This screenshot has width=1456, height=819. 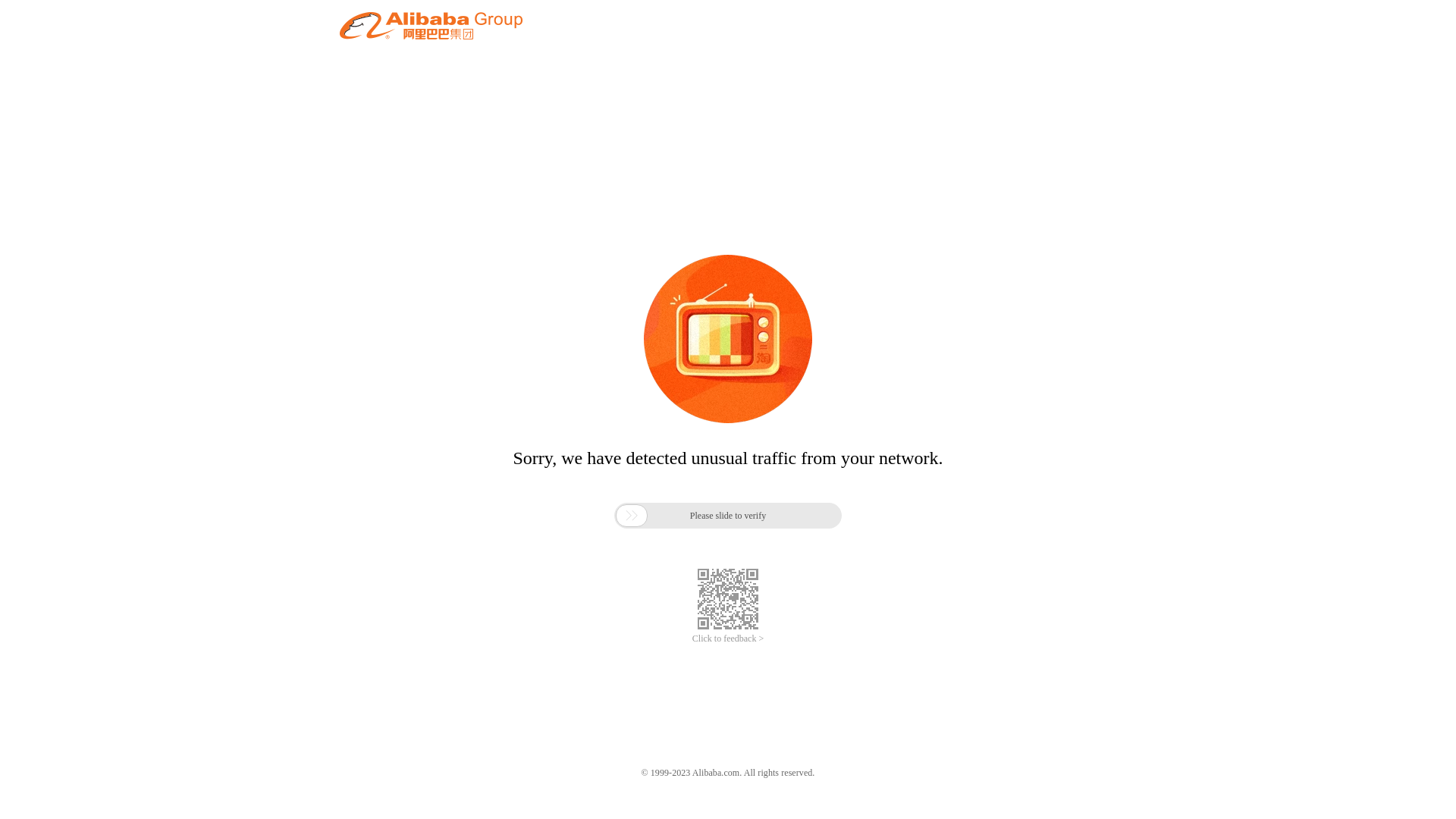 What do you see at coordinates (728, 639) in the screenshot?
I see `'Click to feedback >'` at bounding box center [728, 639].